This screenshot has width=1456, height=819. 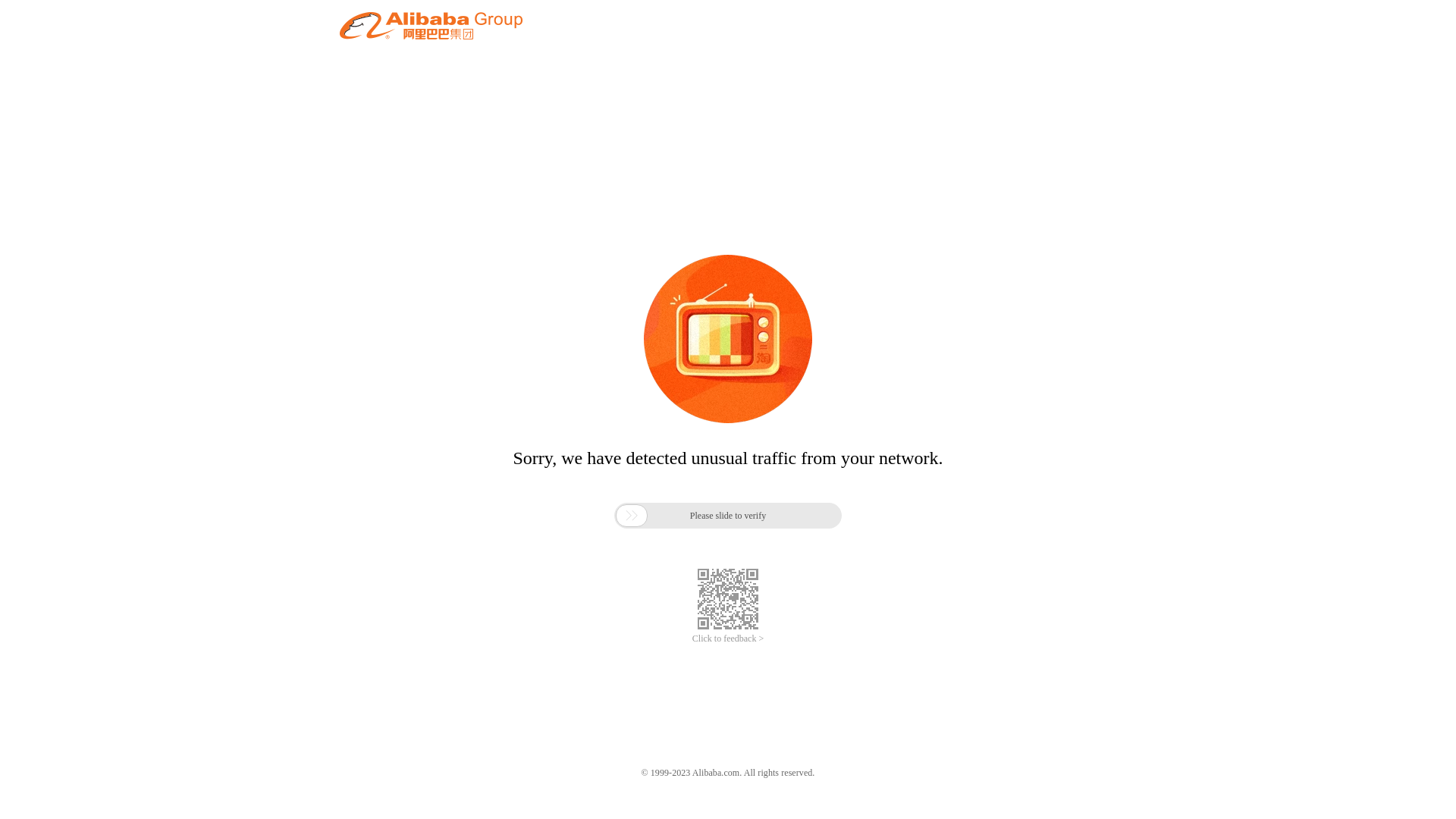 What do you see at coordinates (728, 639) in the screenshot?
I see `'Click to feedback >'` at bounding box center [728, 639].